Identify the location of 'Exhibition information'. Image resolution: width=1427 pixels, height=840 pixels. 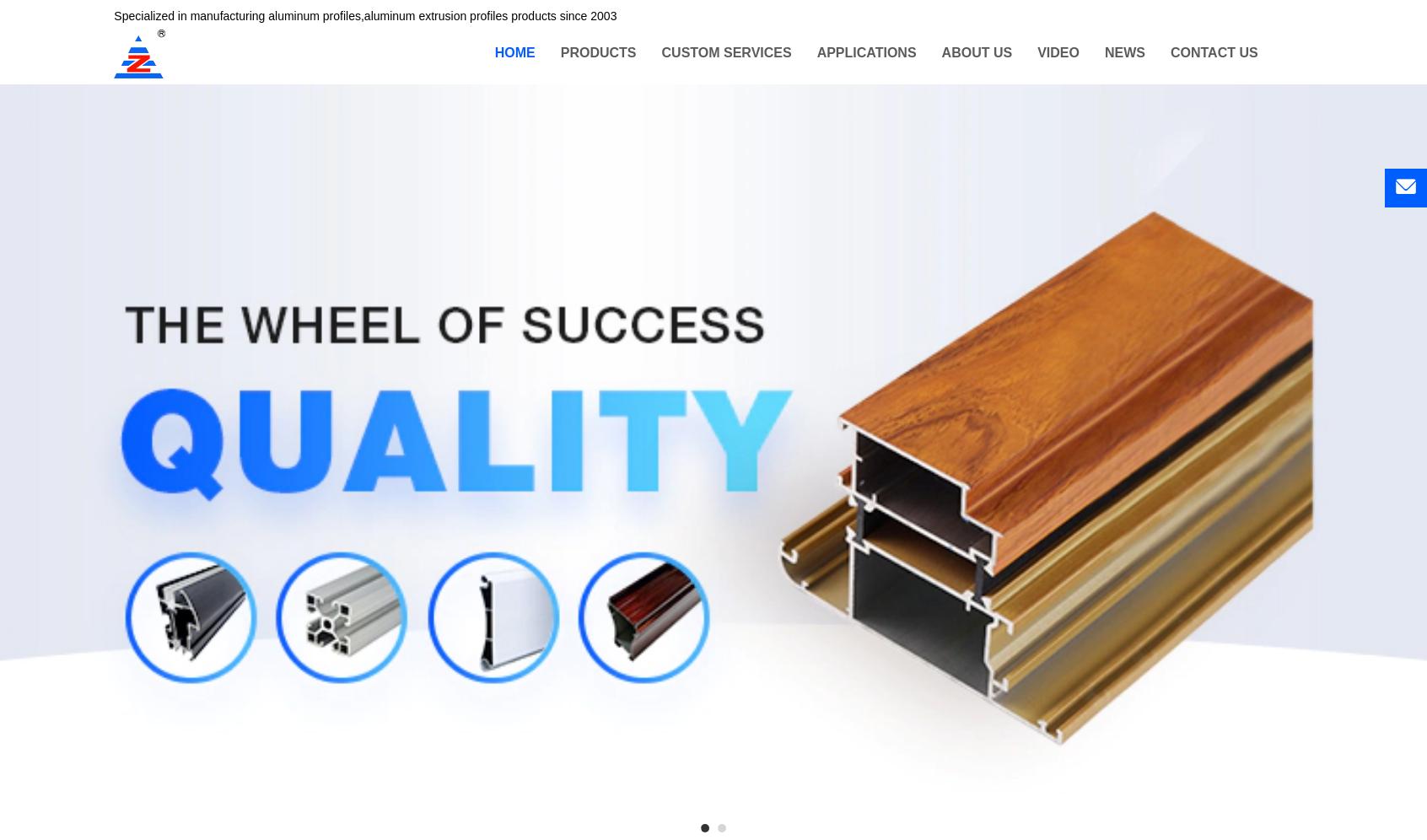
(1166, 175).